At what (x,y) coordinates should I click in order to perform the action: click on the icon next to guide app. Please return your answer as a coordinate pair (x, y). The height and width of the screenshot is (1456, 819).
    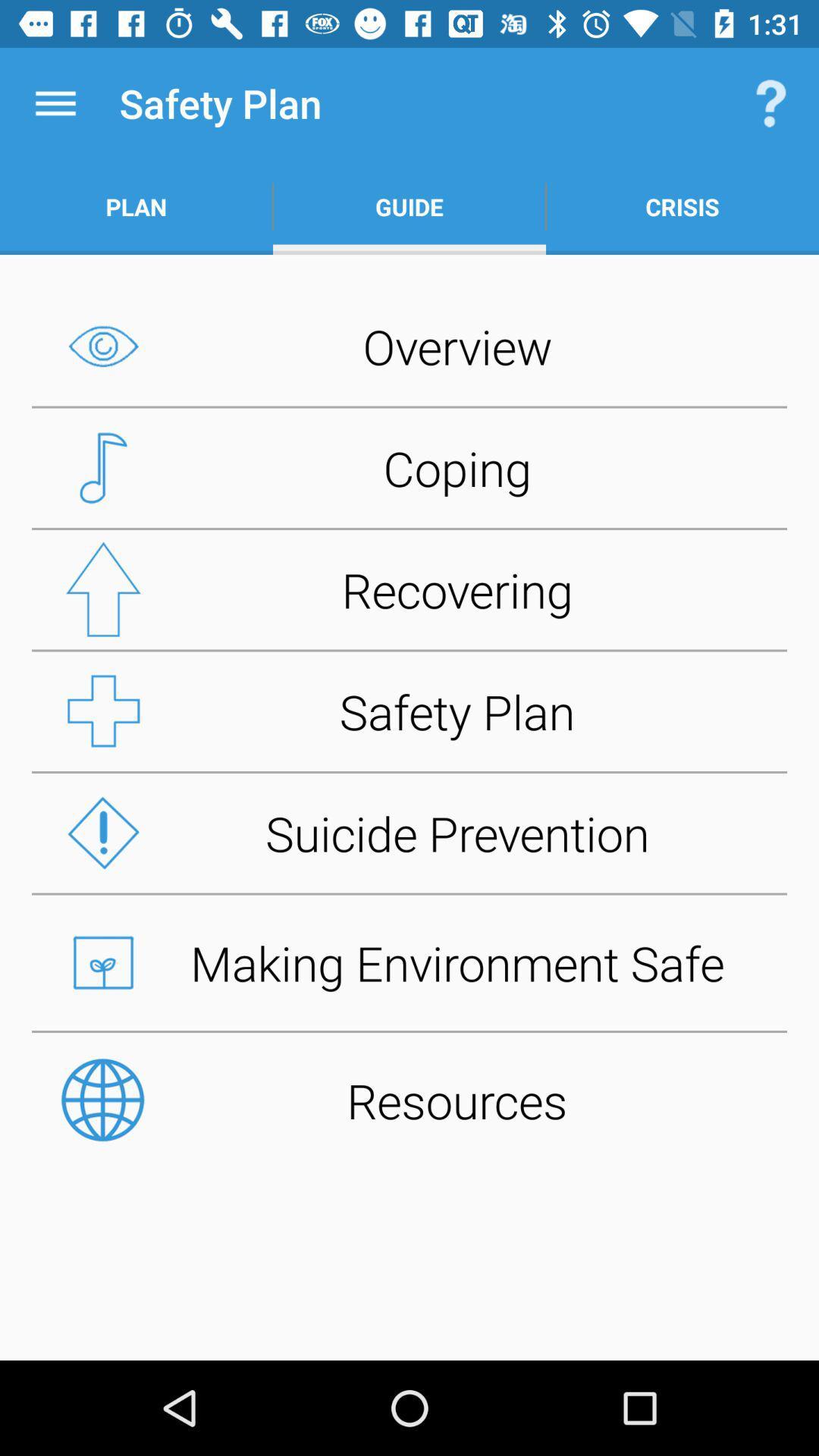
    Looking at the image, I should click on (681, 206).